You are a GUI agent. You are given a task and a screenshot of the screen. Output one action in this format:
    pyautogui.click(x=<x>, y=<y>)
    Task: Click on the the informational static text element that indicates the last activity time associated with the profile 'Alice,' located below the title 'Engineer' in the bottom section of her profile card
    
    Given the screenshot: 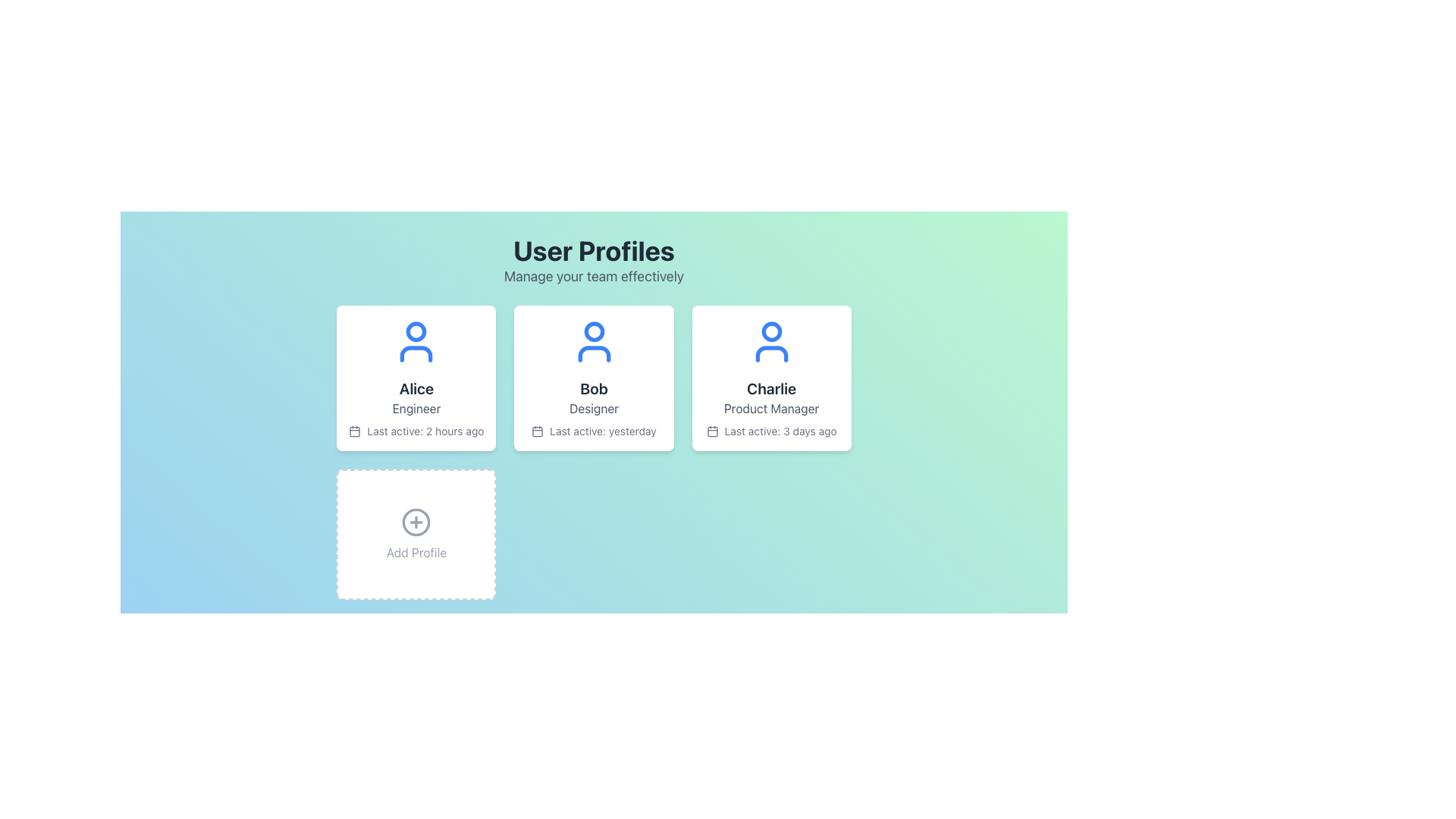 What is the action you would take?
    pyautogui.click(x=416, y=431)
    